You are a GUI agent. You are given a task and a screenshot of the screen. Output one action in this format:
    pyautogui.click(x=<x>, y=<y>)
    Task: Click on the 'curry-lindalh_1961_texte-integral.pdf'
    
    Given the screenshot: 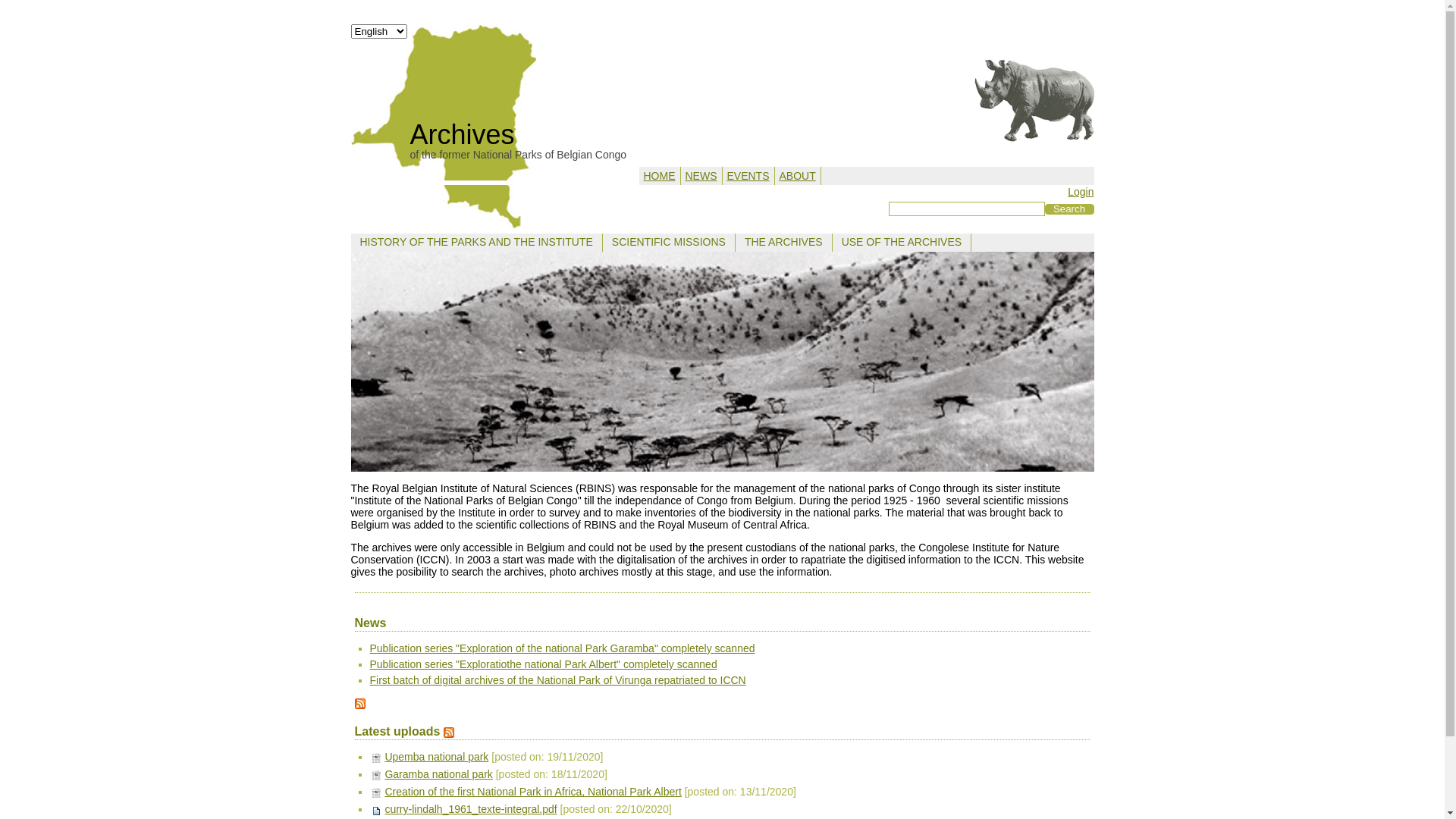 What is the action you would take?
    pyautogui.click(x=469, y=808)
    